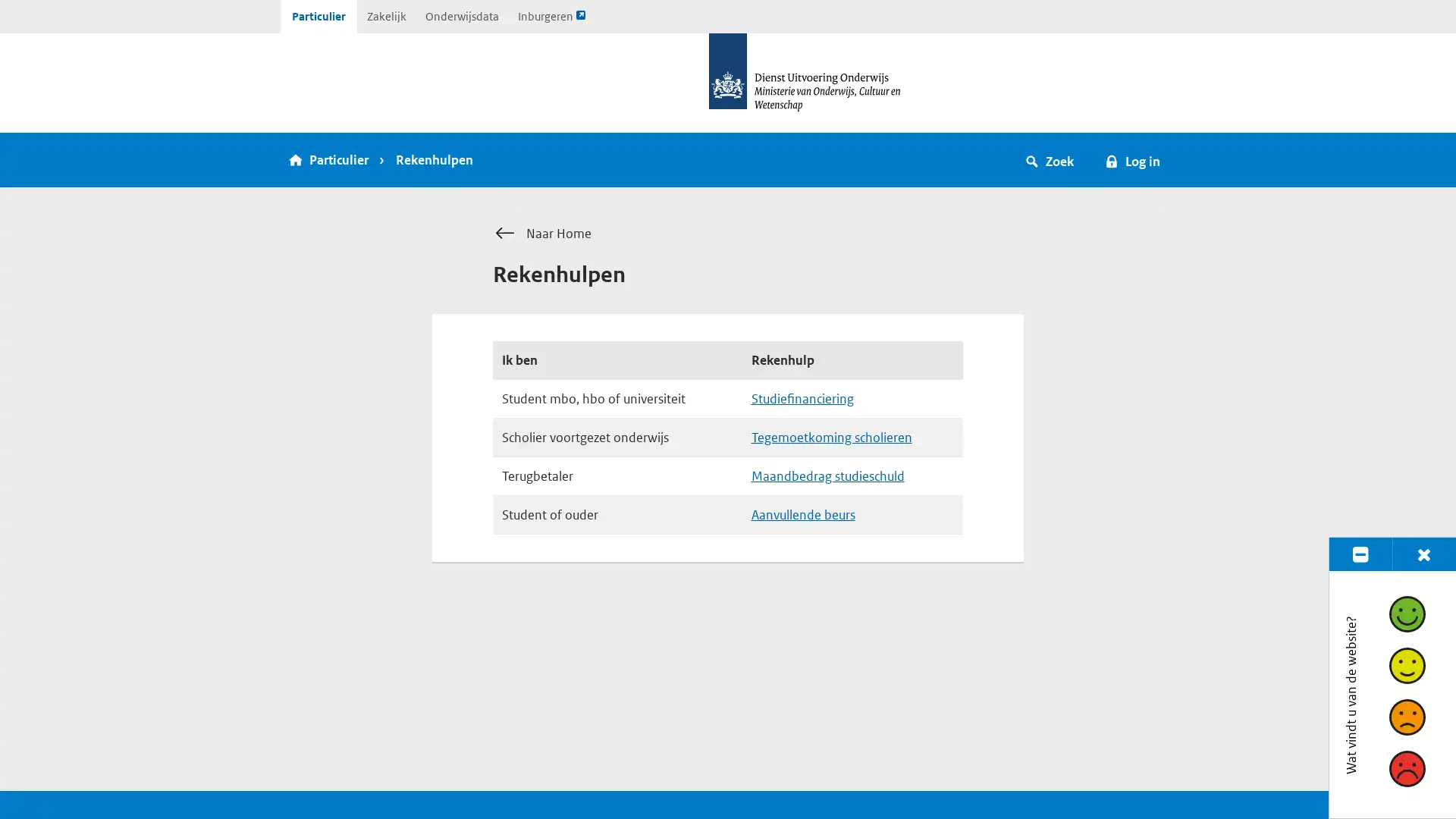  What do you see at coordinates (1405, 613) in the screenshot?
I see `Goed` at bounding box center [1405, 613].